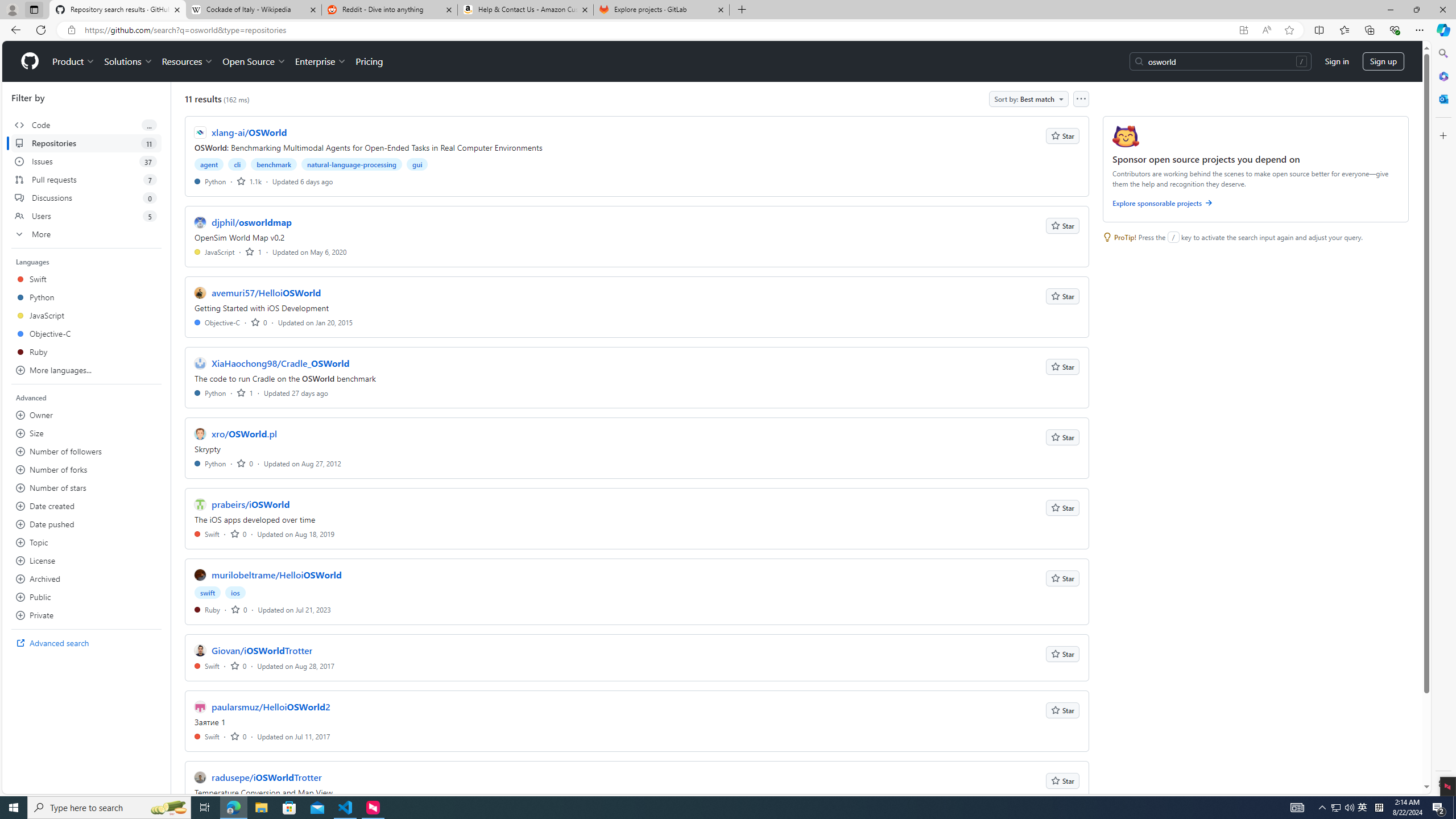 This screenshot has height=819, width=1456. What do you see at coordinates (1337, 61) in the screenshot?
I see `'Sign in'` at bounding box center [1337, 61].